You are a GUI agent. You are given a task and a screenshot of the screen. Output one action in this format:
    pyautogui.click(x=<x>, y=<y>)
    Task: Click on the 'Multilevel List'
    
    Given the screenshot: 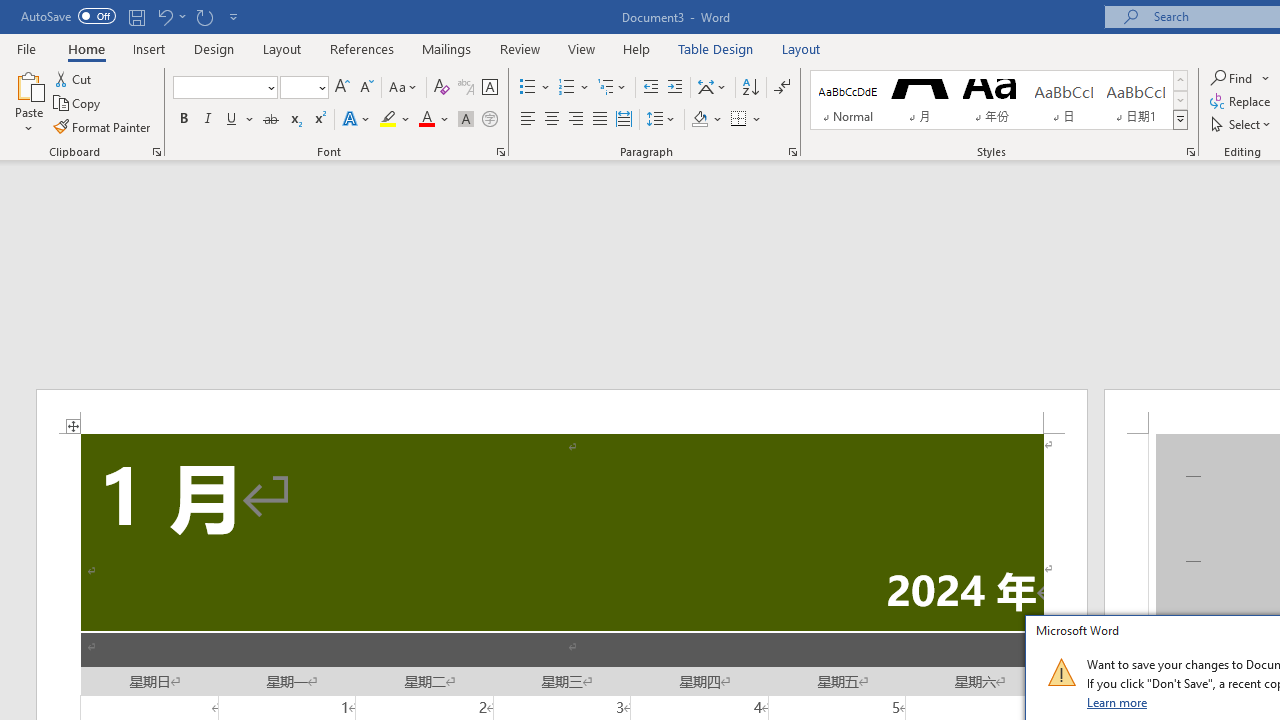 What is the action you would take?
    pyautogui.click(x=612, y=86)
    